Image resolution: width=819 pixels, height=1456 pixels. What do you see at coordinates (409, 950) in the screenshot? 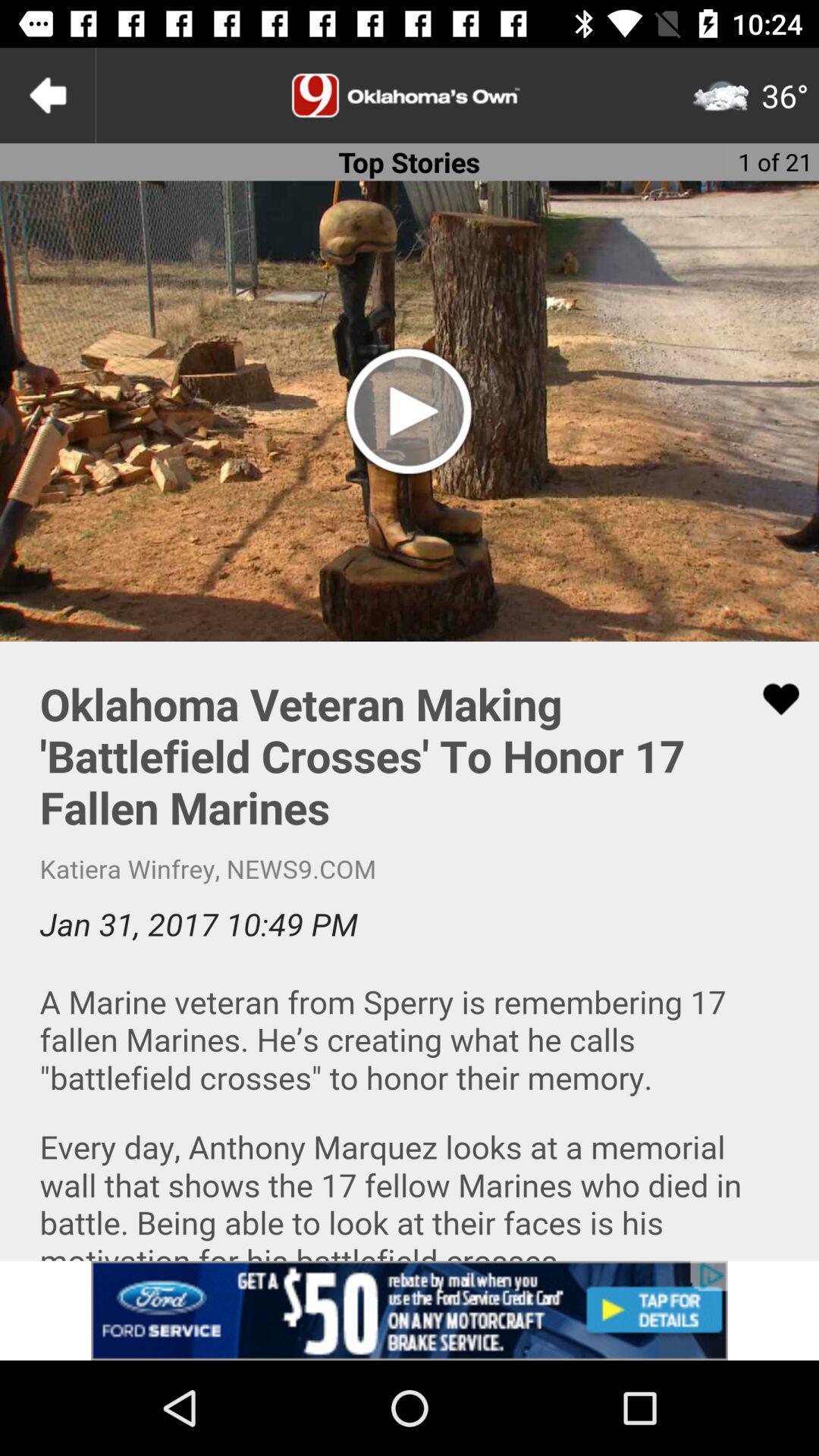
I see `description about the video` at bounding box center [409, 950].